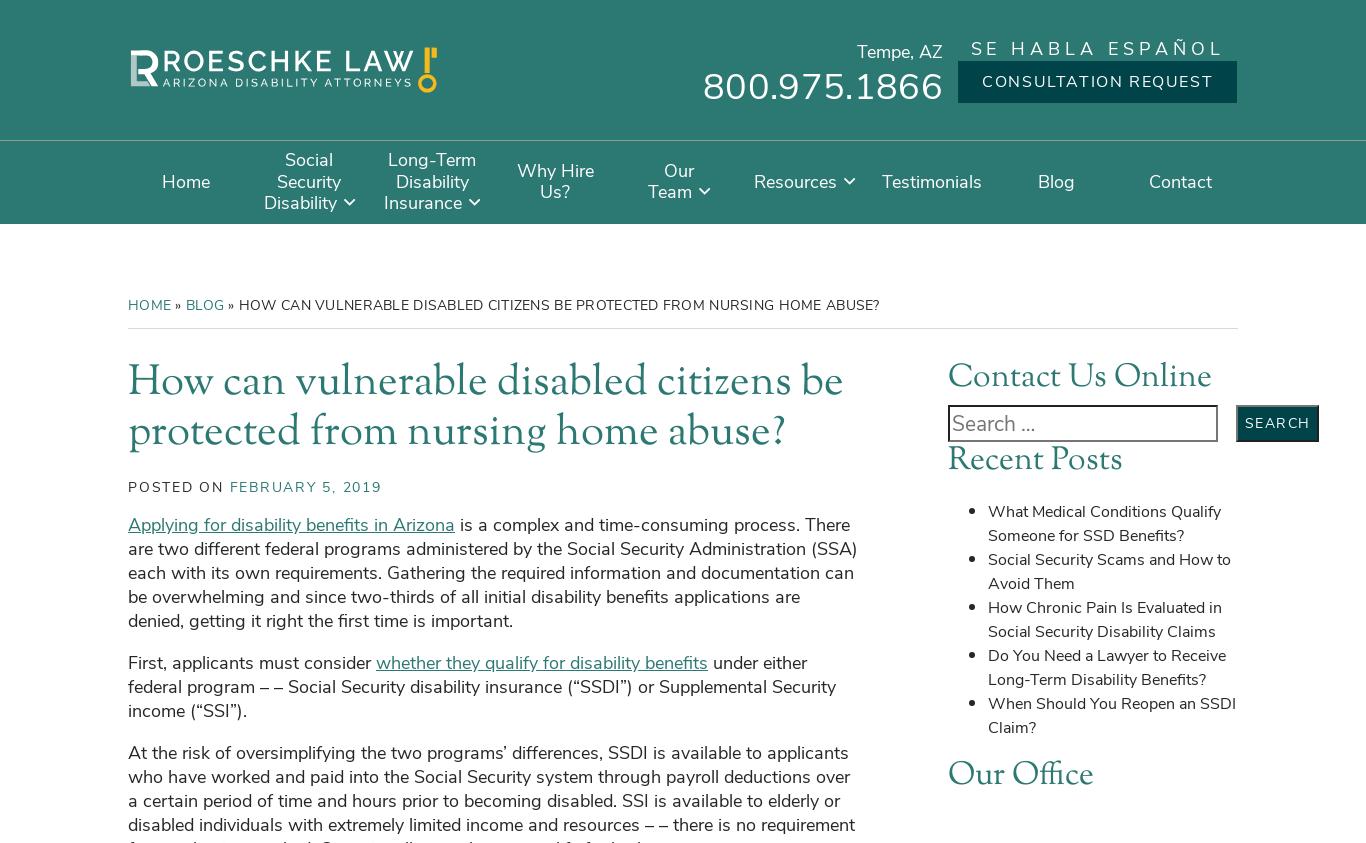 Image resolution: width=1366 pixels, height=843 pixels. Describe the element at coordinates (948, 774) in the screenshot. I see `'Our Office'` at that location.